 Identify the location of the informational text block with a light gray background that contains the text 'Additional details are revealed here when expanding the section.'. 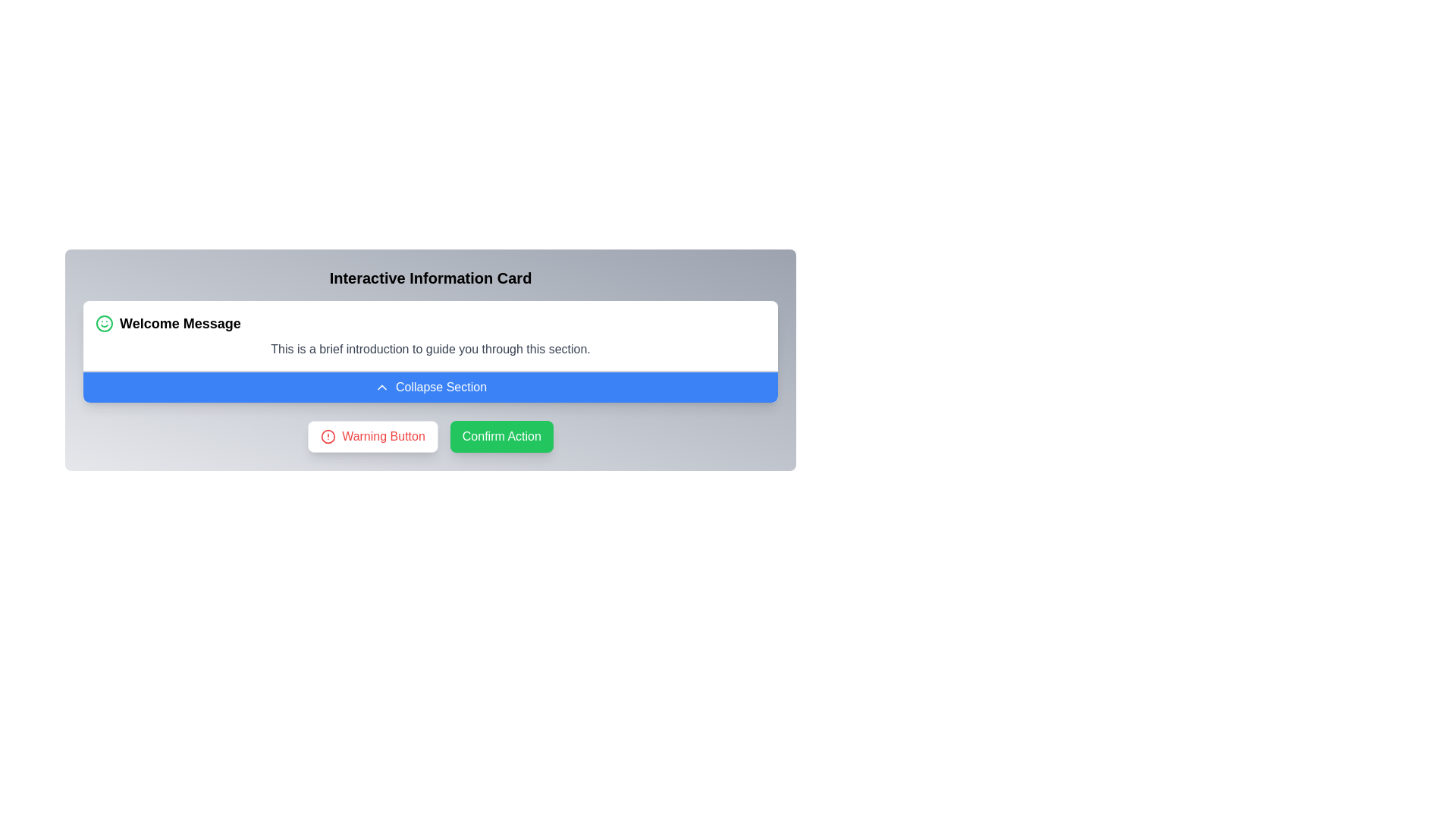
(429, 424).